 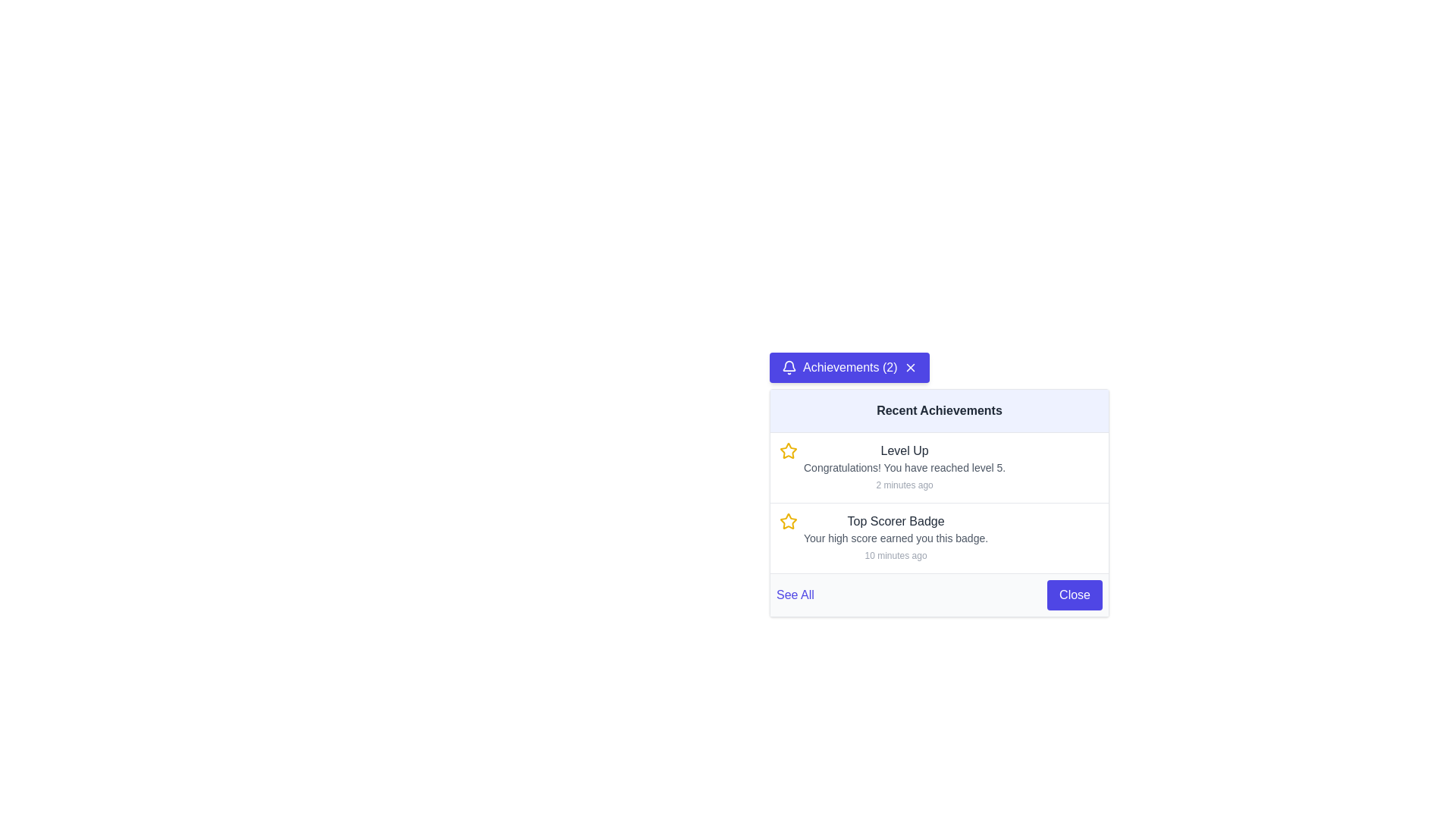 What do you see at coordinates (896, 537) in the screenshot?
I see `the text element that reads 'Your high score earned you this badge.' styled in gray color and smaller font size, located in the modal dialog under 'Recent Achievements'` at bounding box center [896, 537].